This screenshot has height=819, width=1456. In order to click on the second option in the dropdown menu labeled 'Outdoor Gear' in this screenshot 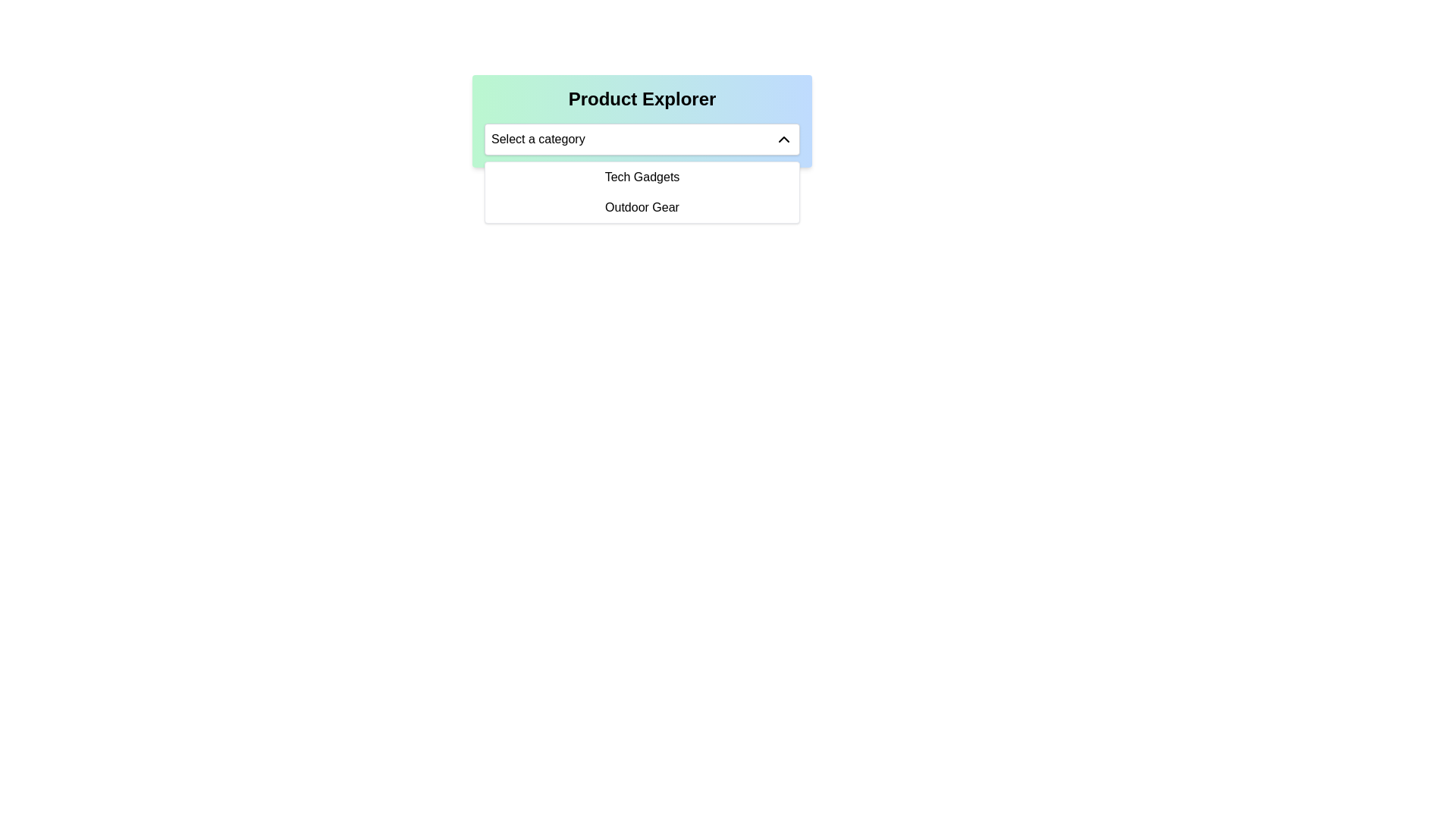, I will do `click(642, 207)`.